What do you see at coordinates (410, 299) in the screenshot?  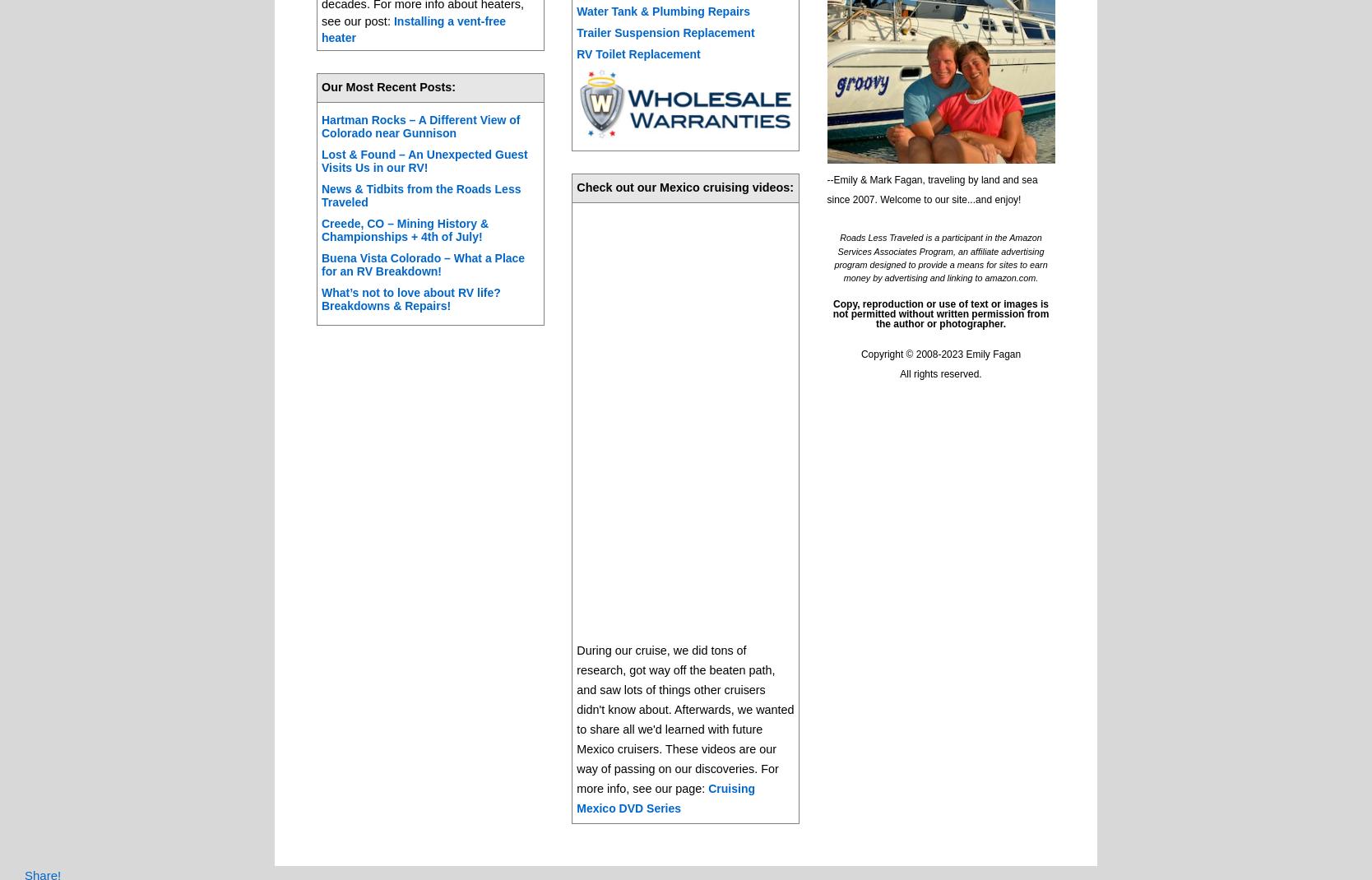 I see `'What’s not to love about RV life? Breakdowns & Repairs!'` at bounding box center [410, 299].